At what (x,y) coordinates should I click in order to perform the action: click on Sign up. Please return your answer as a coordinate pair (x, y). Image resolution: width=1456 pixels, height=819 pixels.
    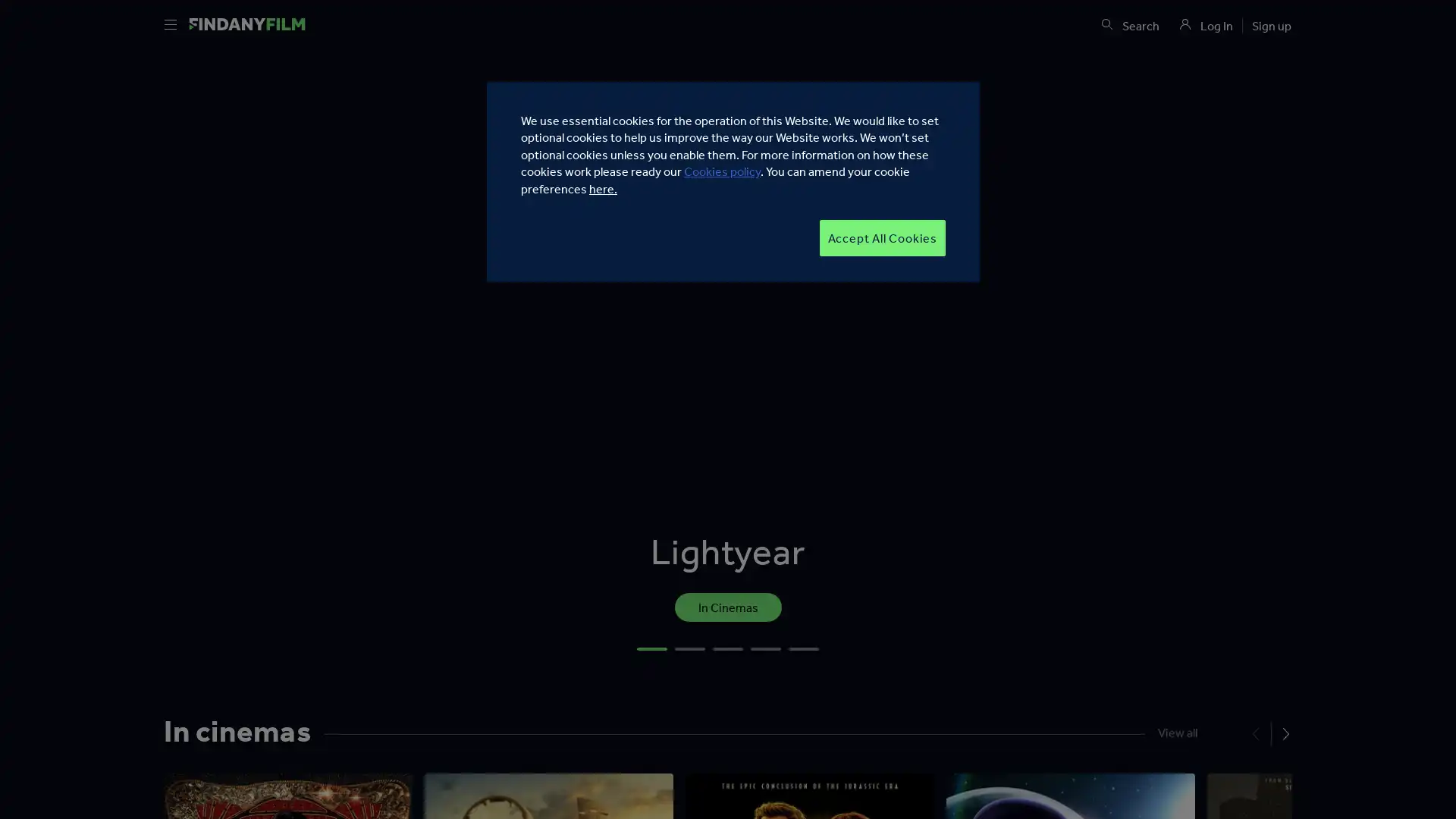
    Looking at the image, I should click on (1271, 26).